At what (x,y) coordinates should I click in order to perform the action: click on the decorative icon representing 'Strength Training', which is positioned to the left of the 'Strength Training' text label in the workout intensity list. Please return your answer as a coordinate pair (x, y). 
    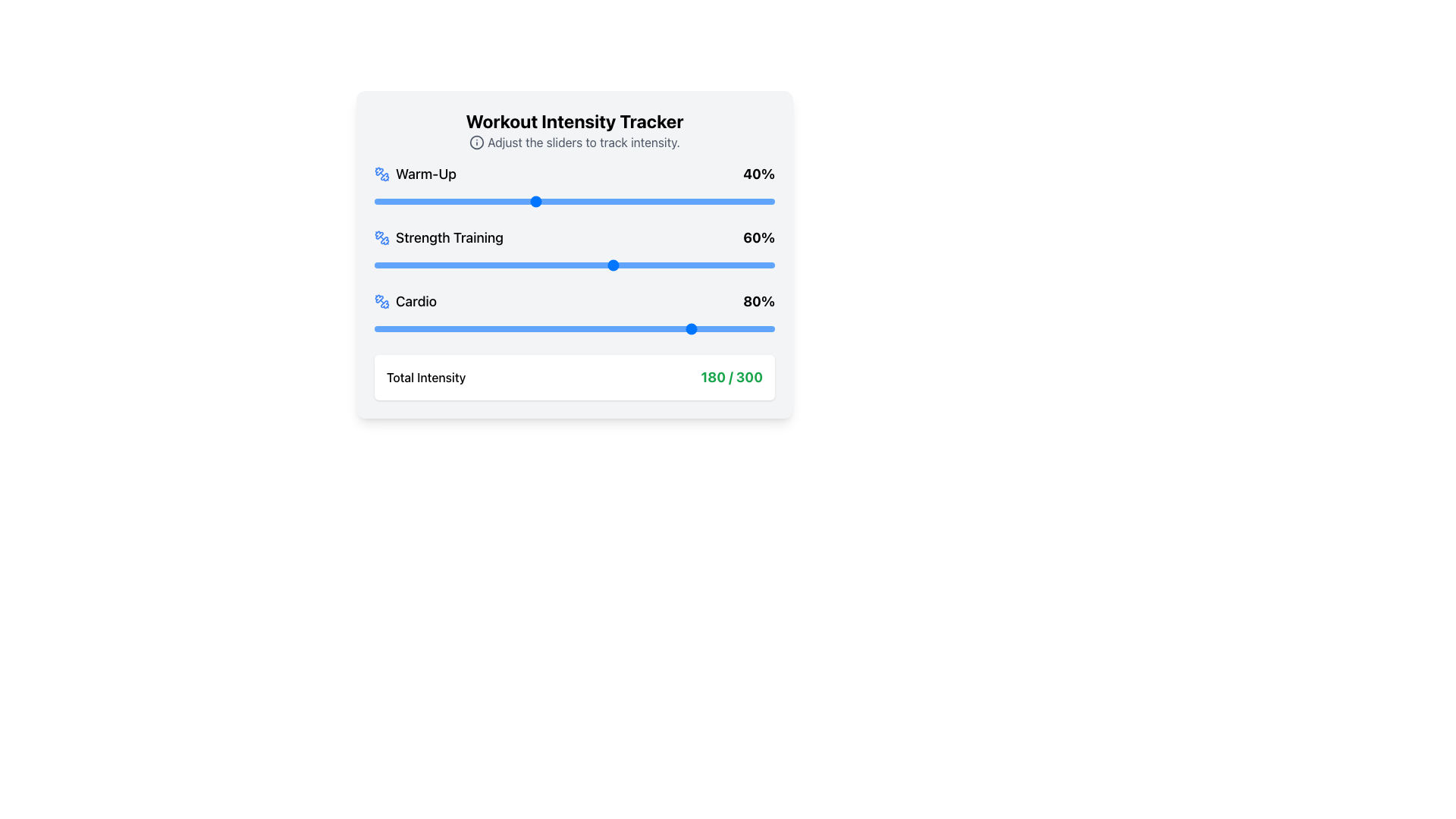
    Looking at the image, I should click on (384, 240).